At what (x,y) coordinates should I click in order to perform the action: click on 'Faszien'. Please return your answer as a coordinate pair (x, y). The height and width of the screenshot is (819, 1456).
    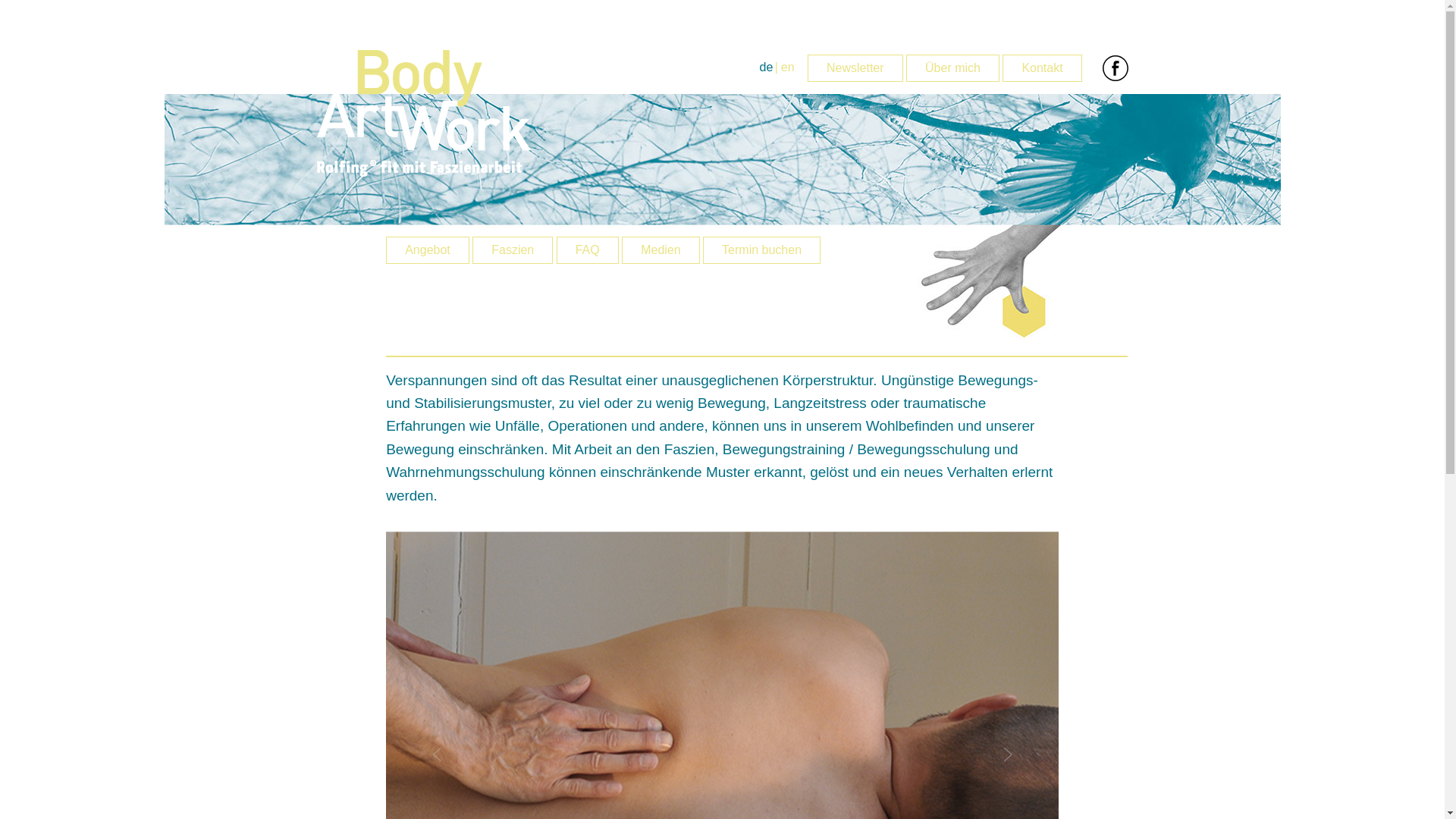
    Looking at the image, I should click on (513, 249).